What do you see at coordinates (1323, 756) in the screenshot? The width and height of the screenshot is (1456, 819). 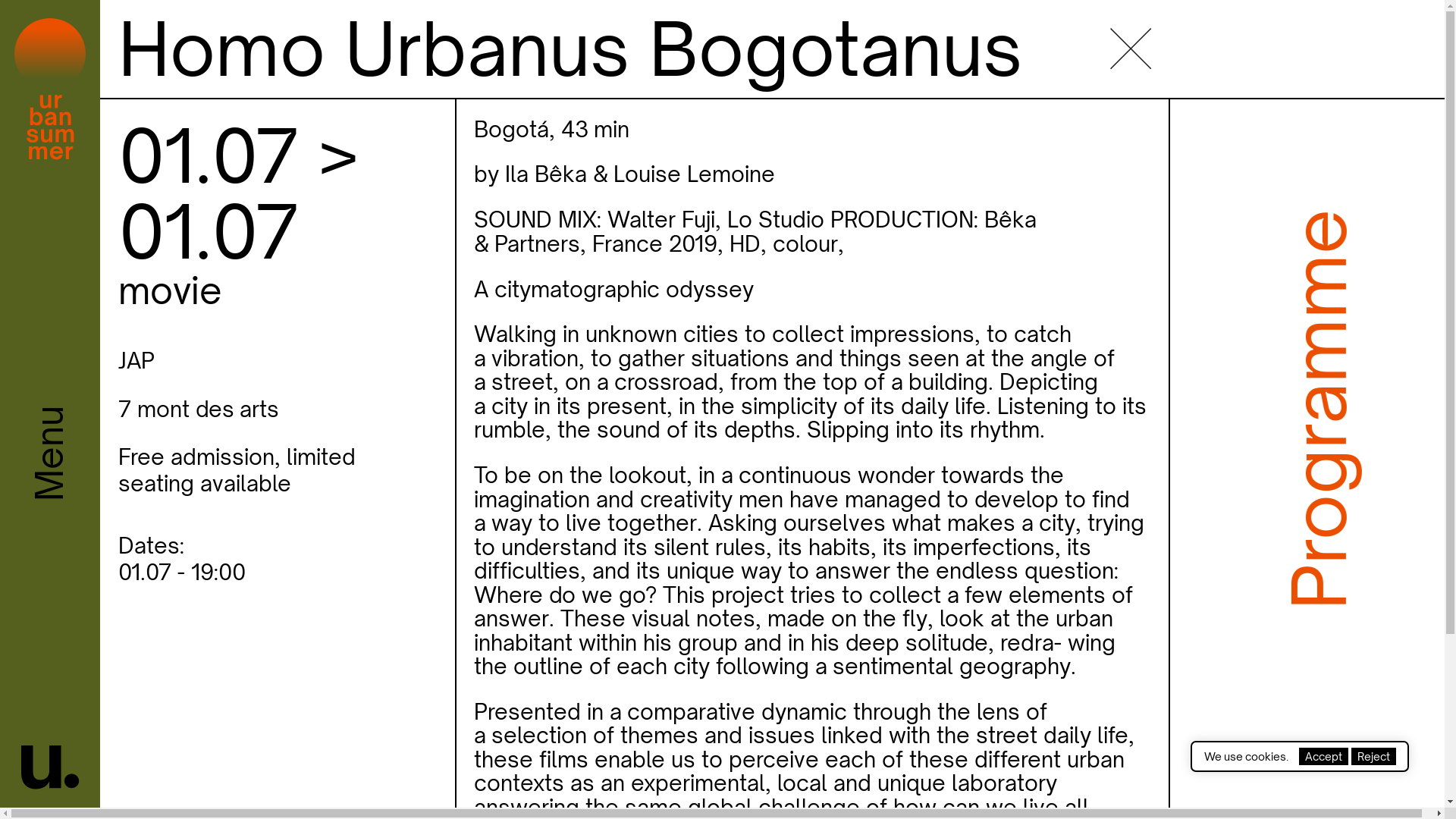 I see `'Accept'` at bounding box center [1323, 756].